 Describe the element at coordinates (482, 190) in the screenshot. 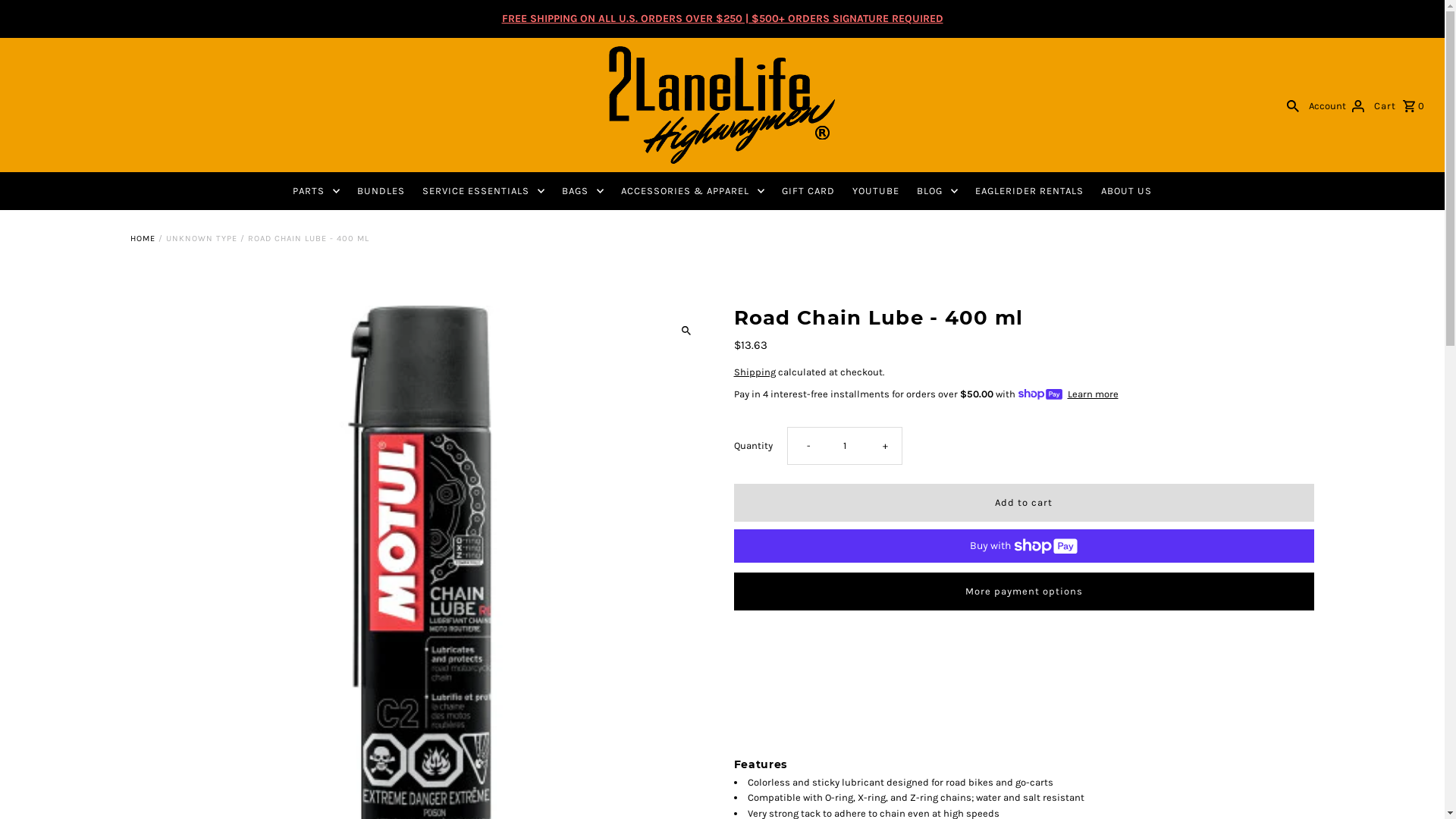

I see `'SERVICE ESSENTIALS'` at that location.